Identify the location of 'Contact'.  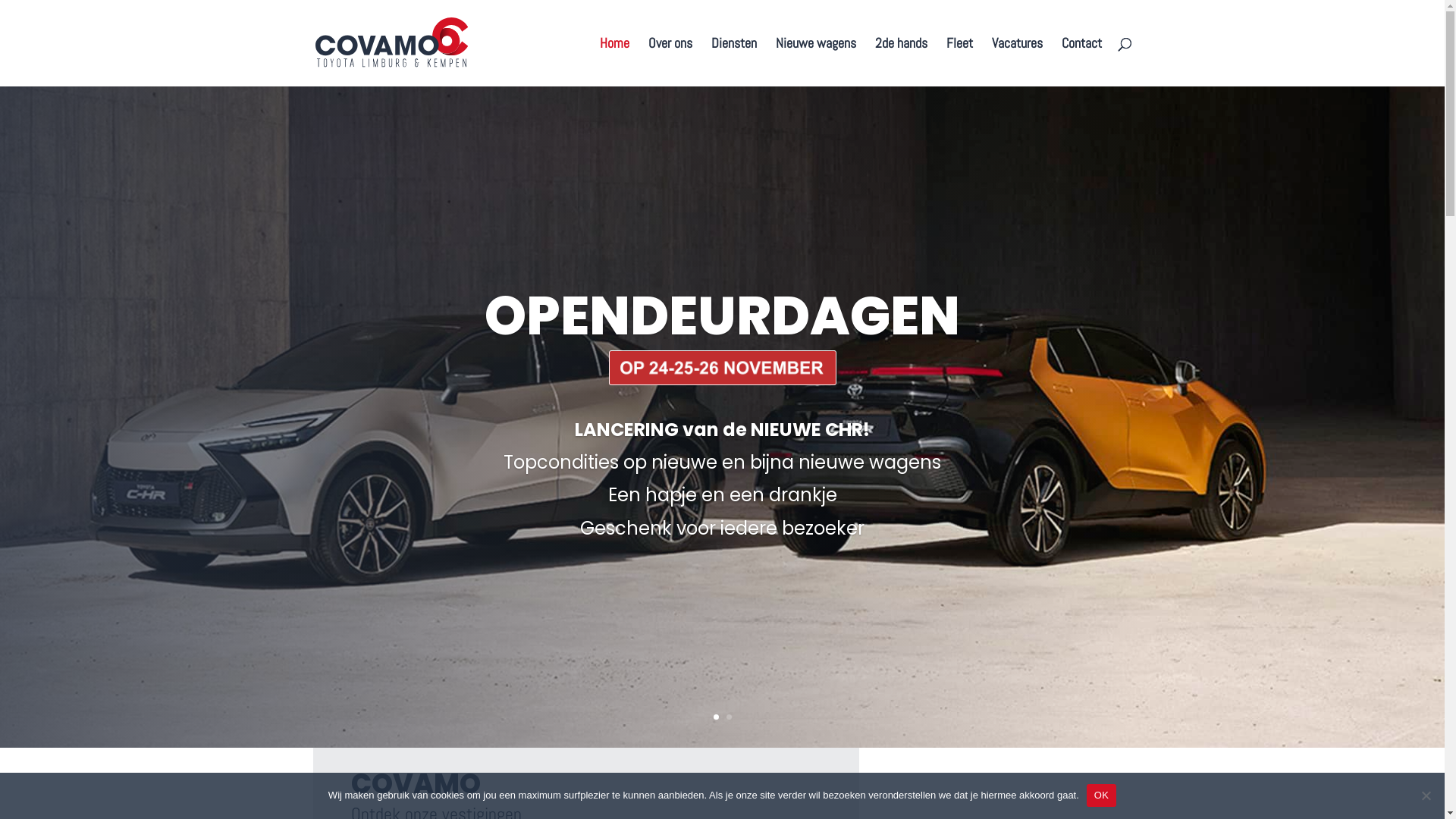
(1081, 61).